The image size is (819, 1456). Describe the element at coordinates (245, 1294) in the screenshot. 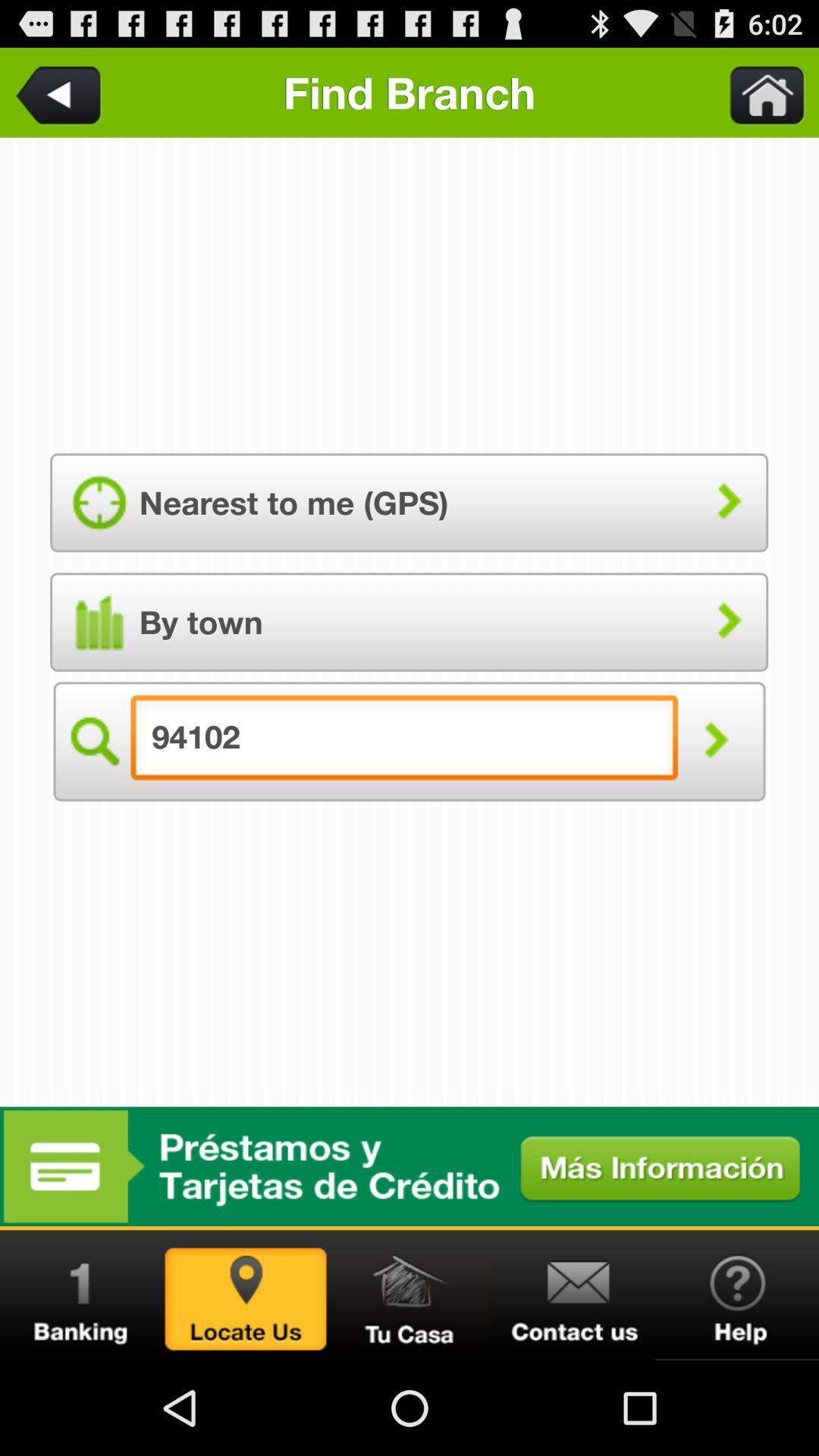

I see `show on map` at that location.